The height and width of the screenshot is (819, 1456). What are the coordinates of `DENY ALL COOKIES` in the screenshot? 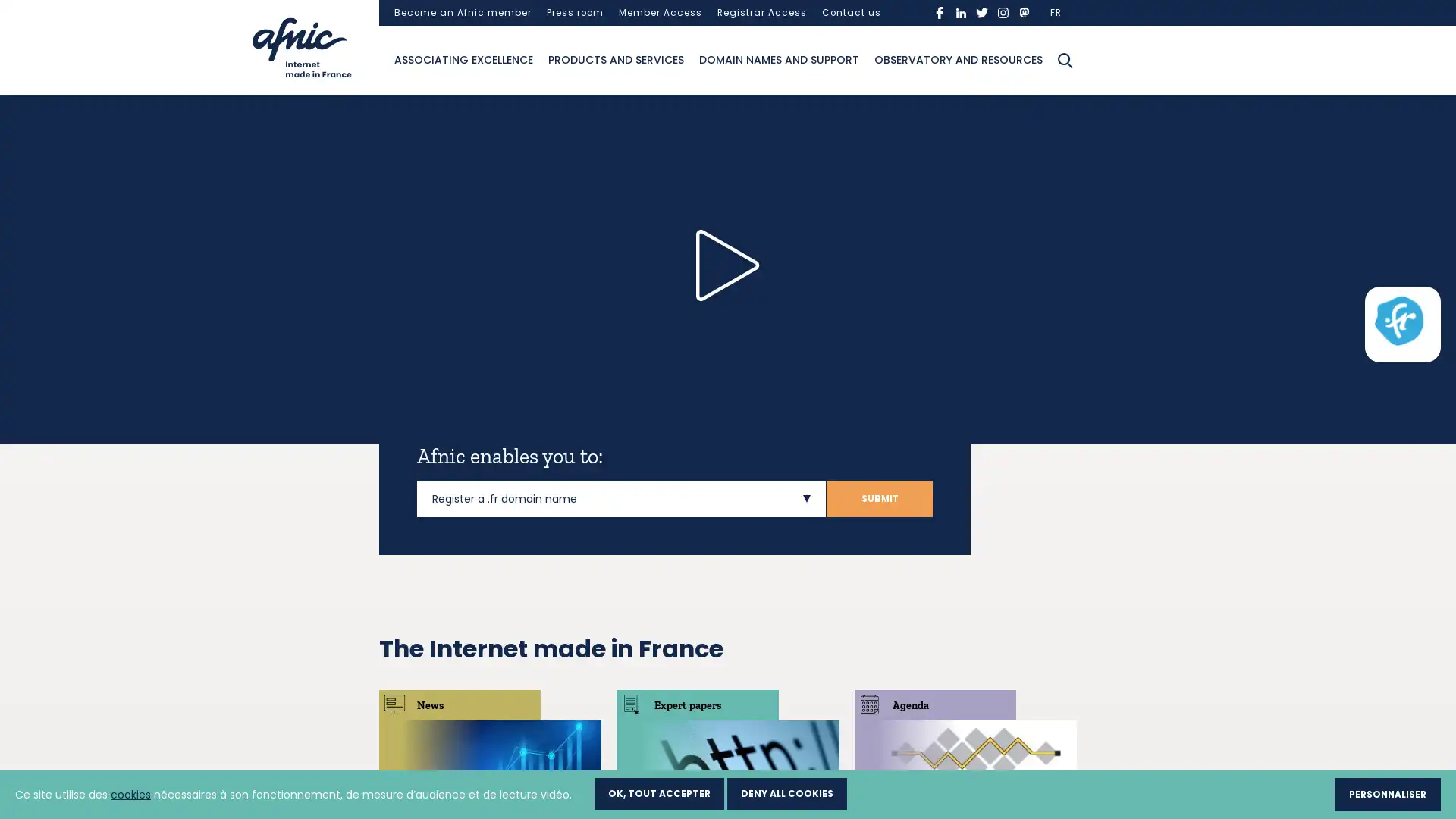 It's located at (786, 792).